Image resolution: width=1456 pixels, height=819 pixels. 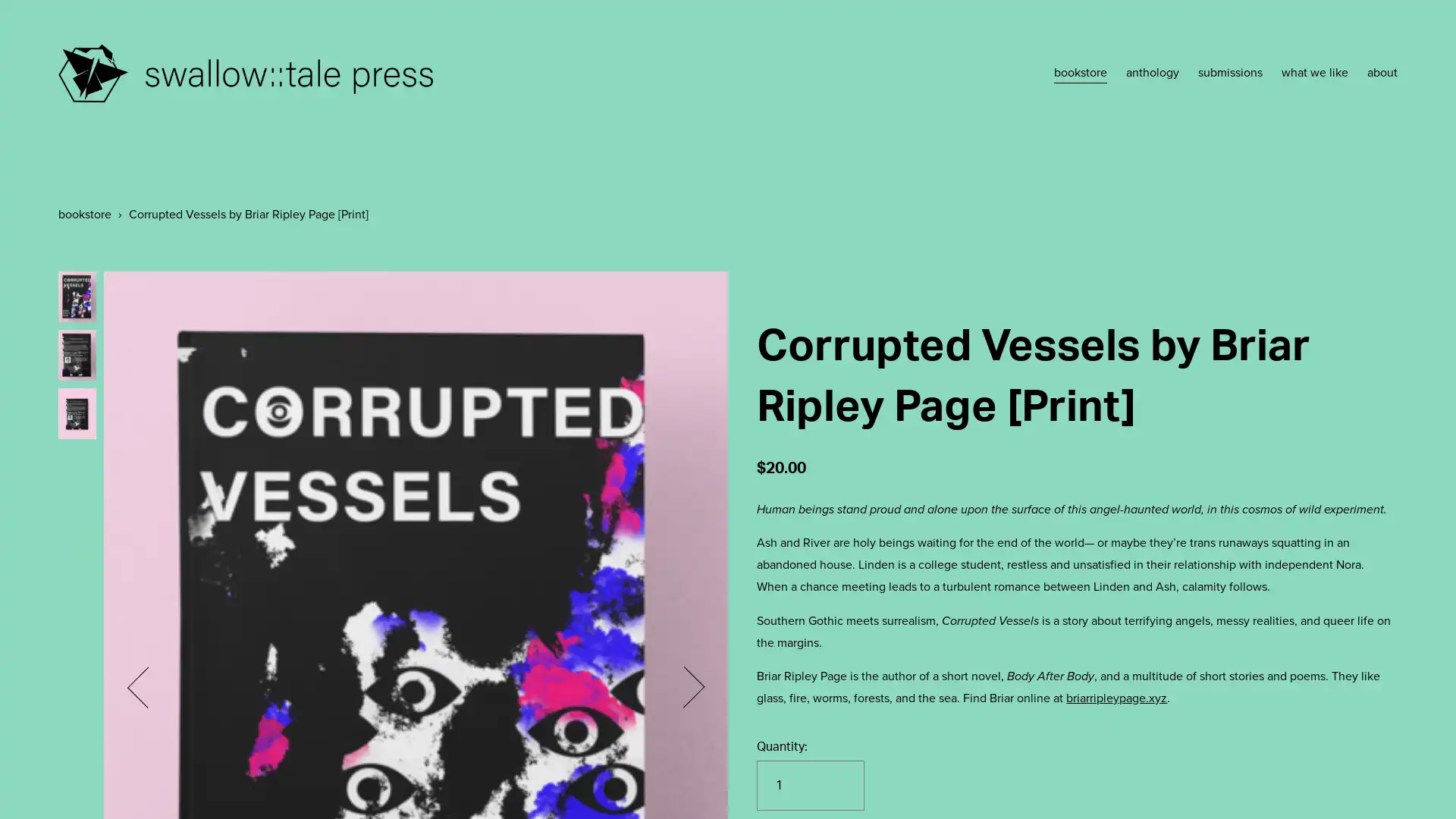 What do you see at coordinates (75, 354) in the screenshot?
I see `Image 2 of 3` at bounding box center [75, 354].